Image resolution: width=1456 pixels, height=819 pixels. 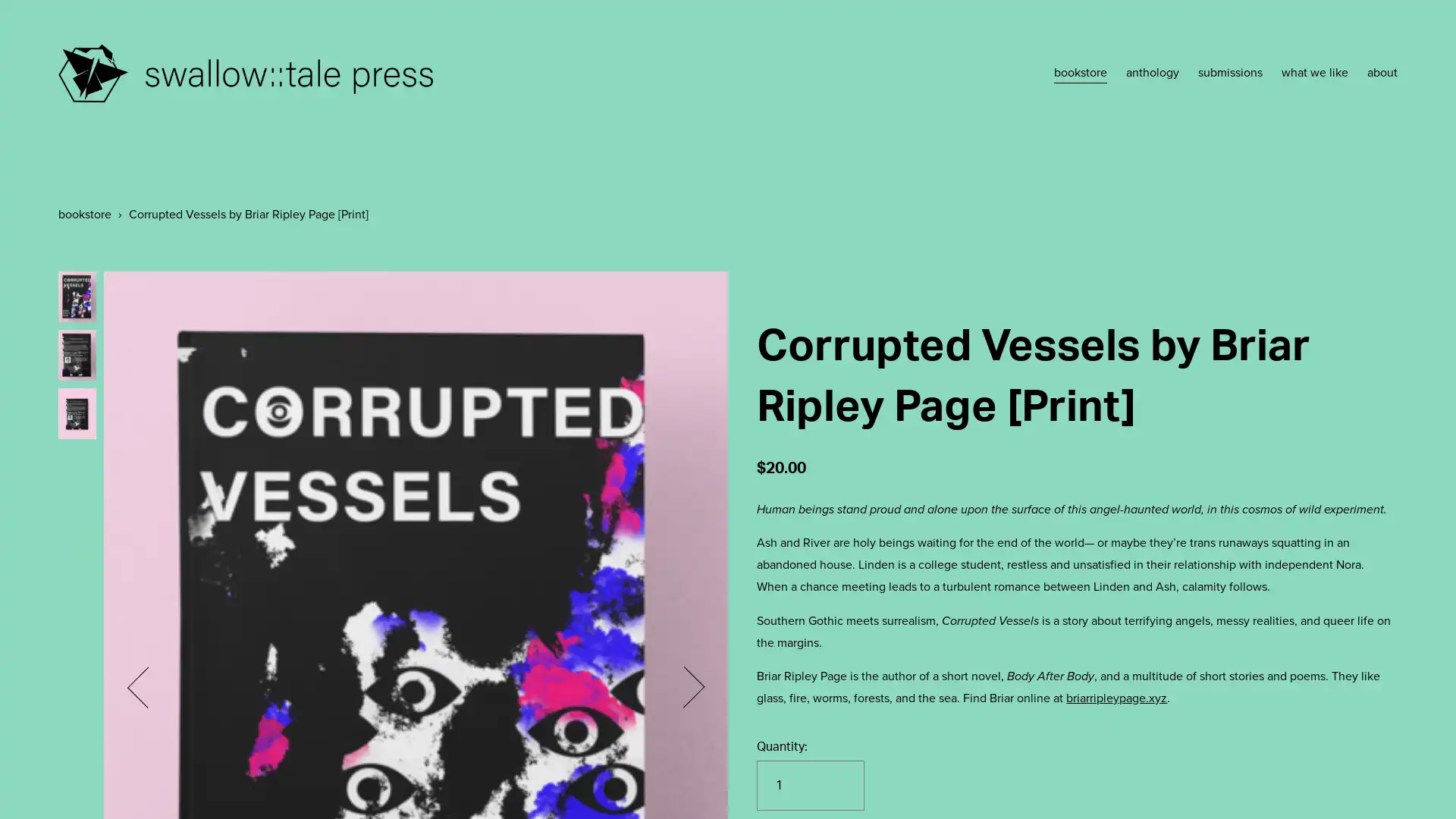 What do you see at coordinates (75, 354) in the screenshot?
I see `Image 2 of 3` at bounding box center [75, 354].